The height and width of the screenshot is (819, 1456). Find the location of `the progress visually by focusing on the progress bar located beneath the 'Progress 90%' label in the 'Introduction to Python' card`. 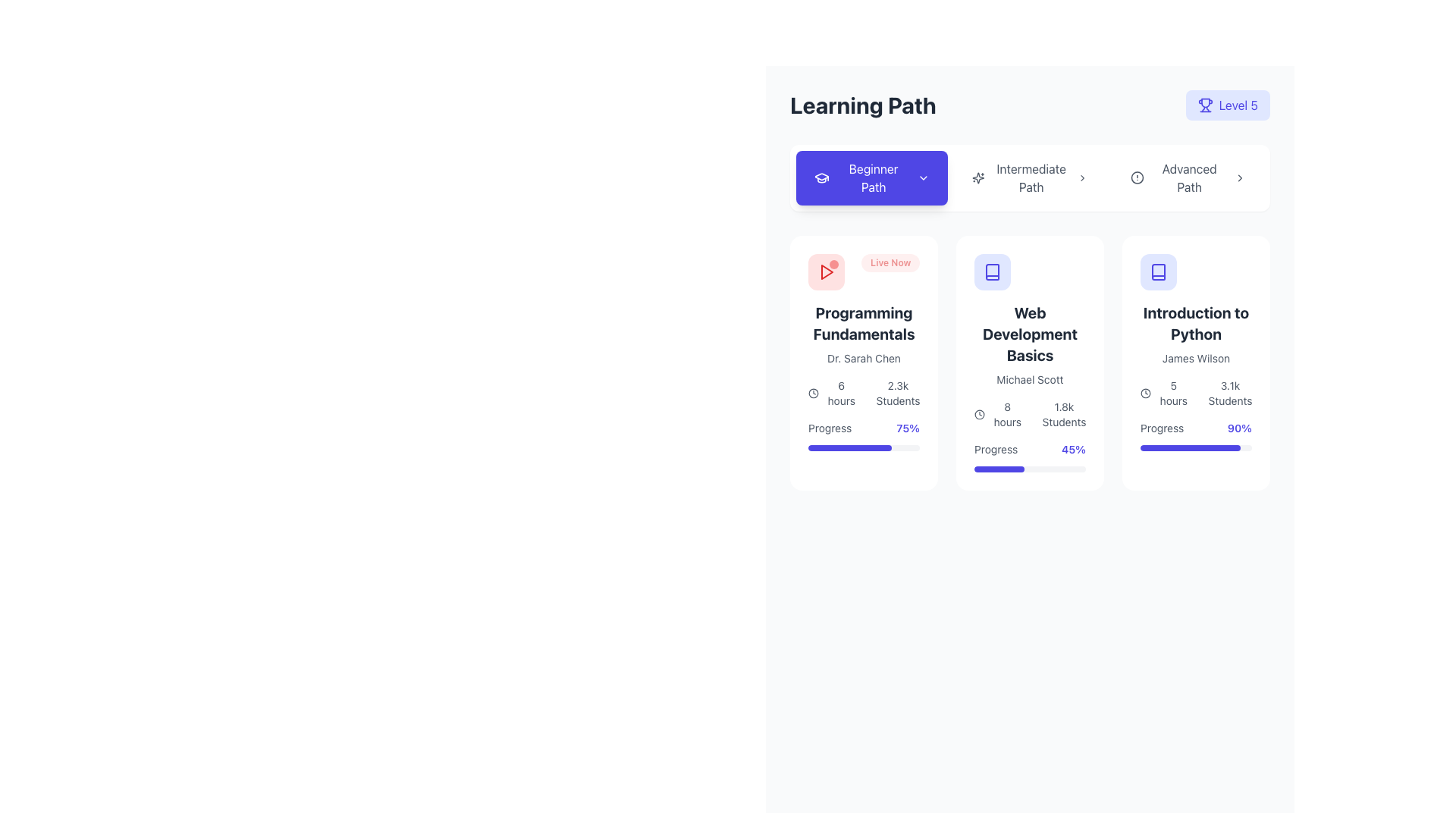

the progress visually by focusing on the progress bar located beneath the 'Progress 90%' label in the 'Introduction to Python' card is located at coordinates (1190, 447).